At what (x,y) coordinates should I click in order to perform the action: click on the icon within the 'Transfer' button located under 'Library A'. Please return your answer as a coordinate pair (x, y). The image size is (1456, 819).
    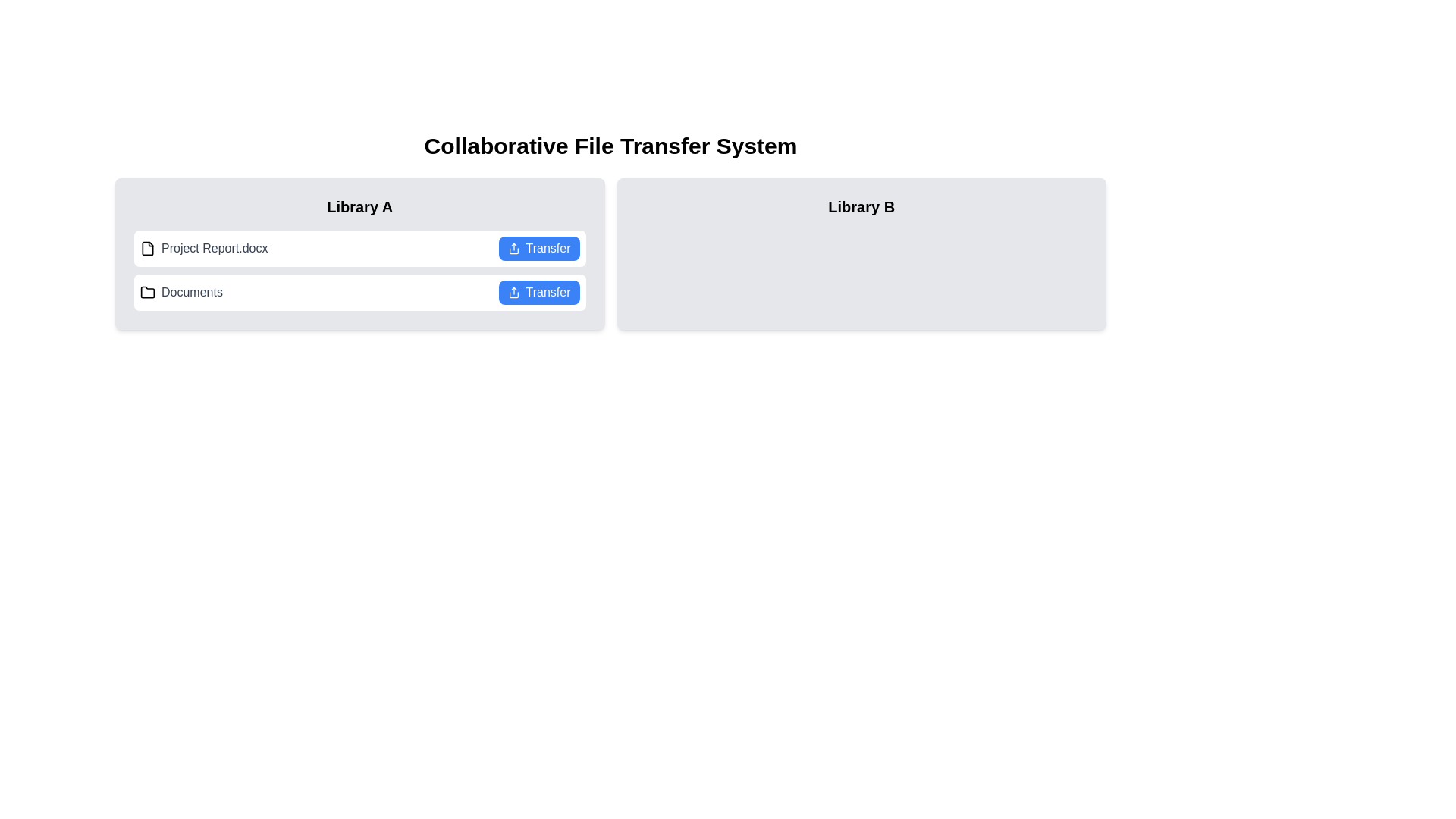
    Looking at the image, I should click on (513, 292).